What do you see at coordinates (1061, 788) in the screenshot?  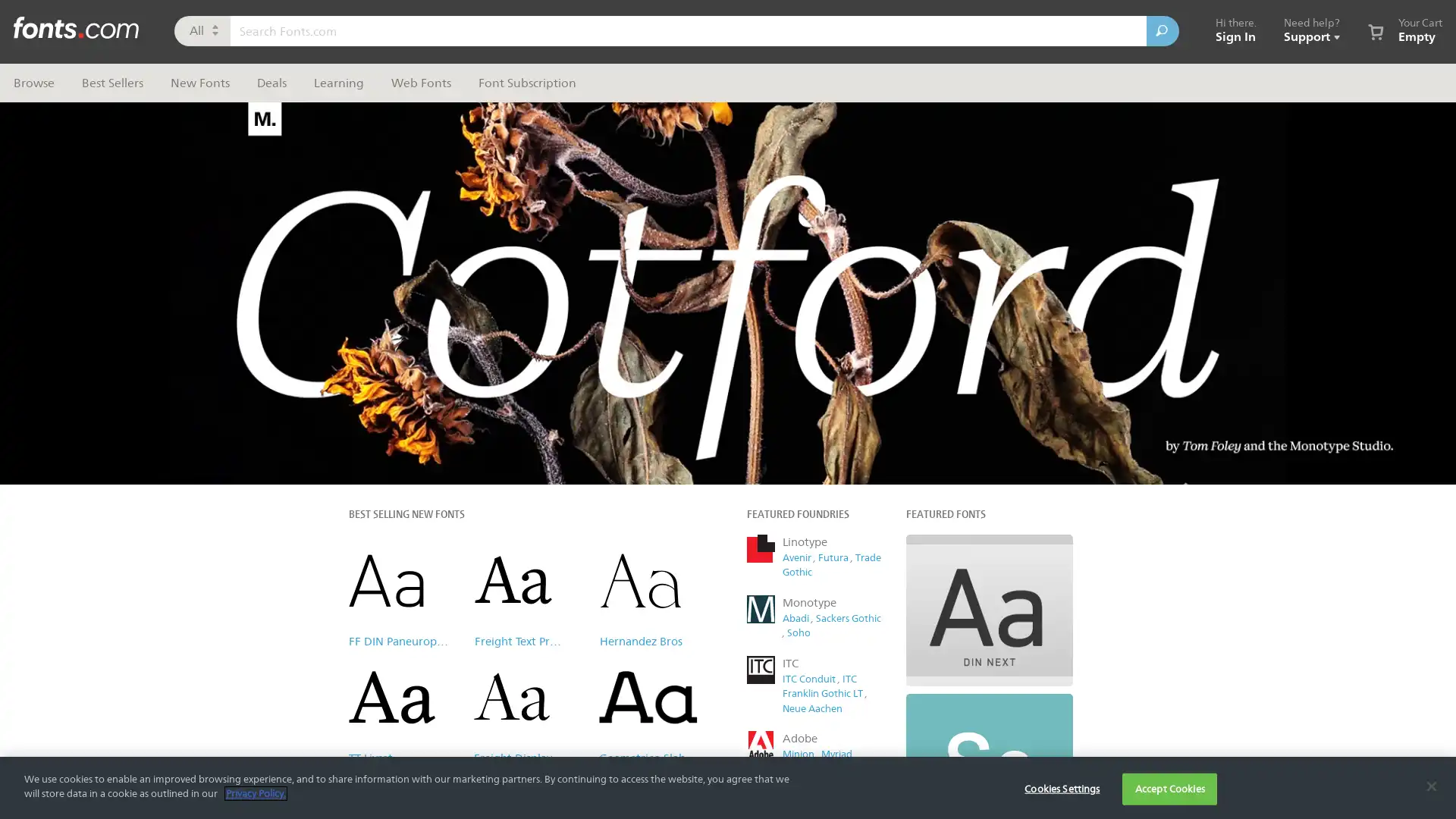 I see `Cookies Settings` at bounding box center [1061, 788].